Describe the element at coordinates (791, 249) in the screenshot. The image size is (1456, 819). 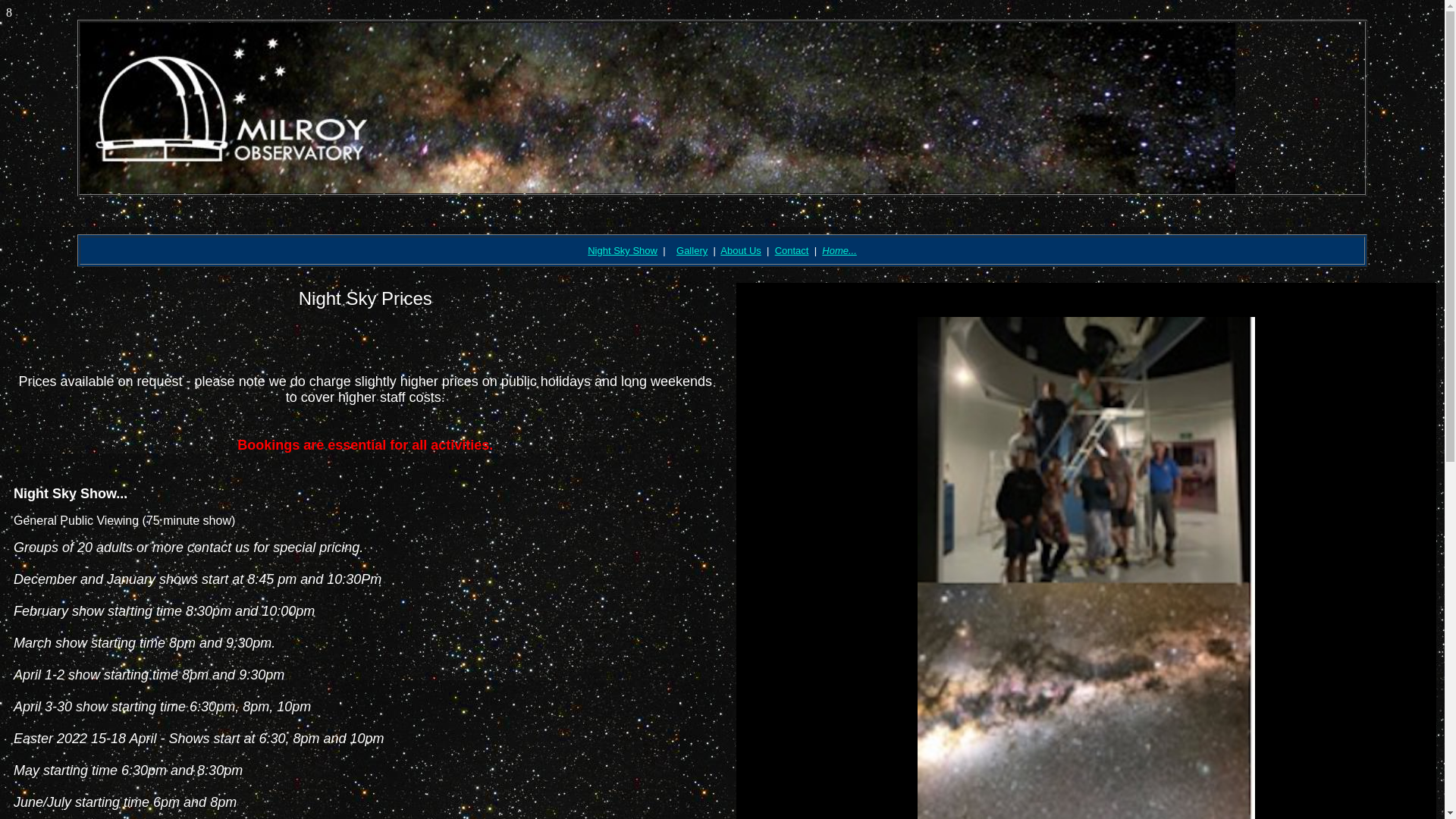
I see `'Contact'` at that location.